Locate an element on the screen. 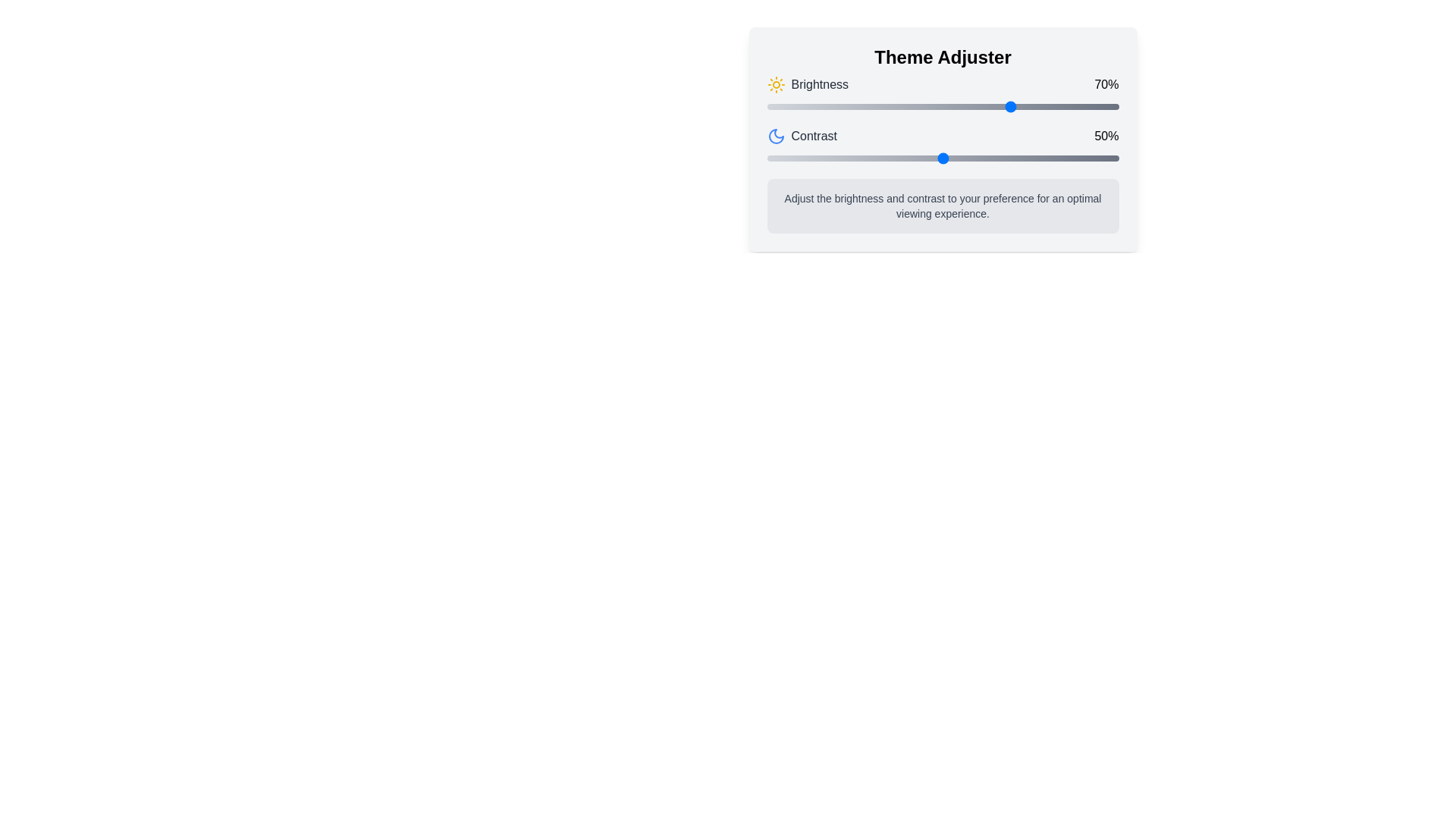 This screenshot has width=1456, height=819. the handle of the contrast slider located below the 'Contrast' label, currently set at '50%' is located at coordinates (942, 158).